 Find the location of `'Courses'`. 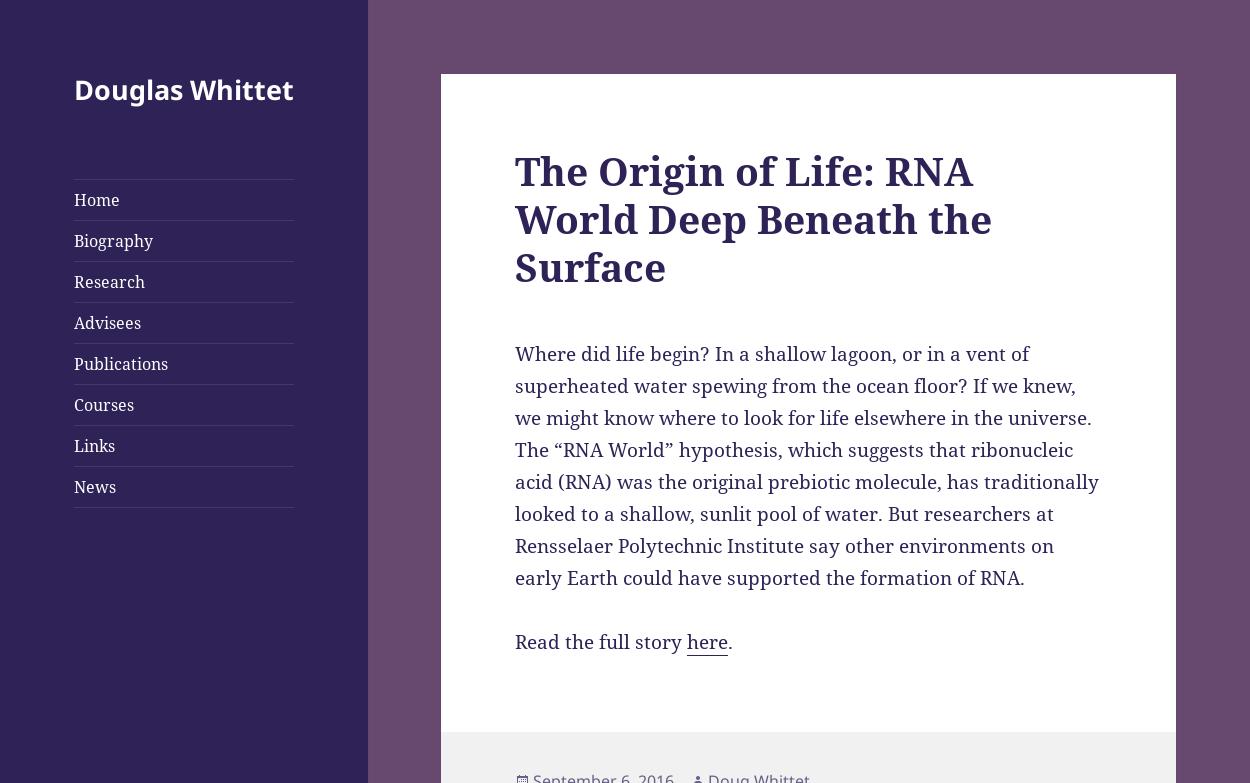

'Courses' is located at coordinates (102, 403).